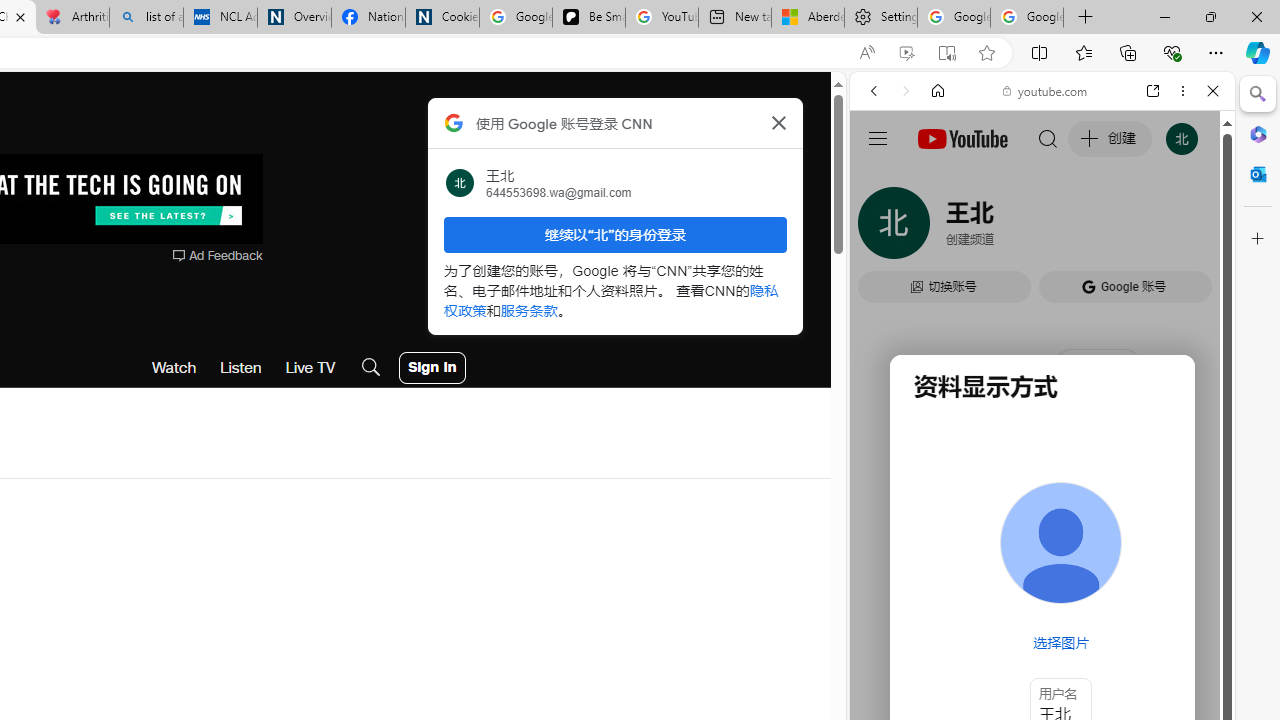 The image size is (1280, 720). Describe the element at coordinates (905, 52) in the screenshot. I see `'Enhance video'` at that location.